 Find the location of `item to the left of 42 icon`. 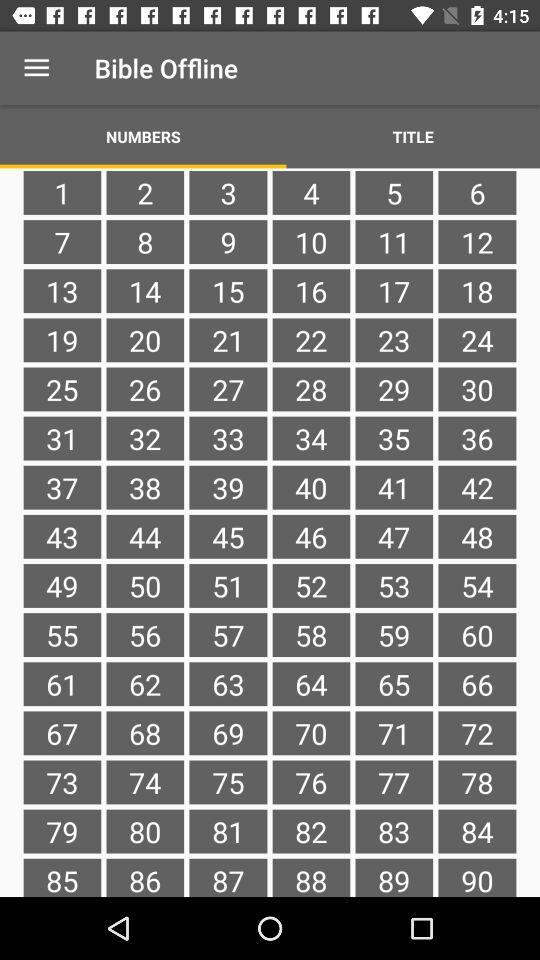

item to the left of 42 icon is located at coordinates (394, 535).